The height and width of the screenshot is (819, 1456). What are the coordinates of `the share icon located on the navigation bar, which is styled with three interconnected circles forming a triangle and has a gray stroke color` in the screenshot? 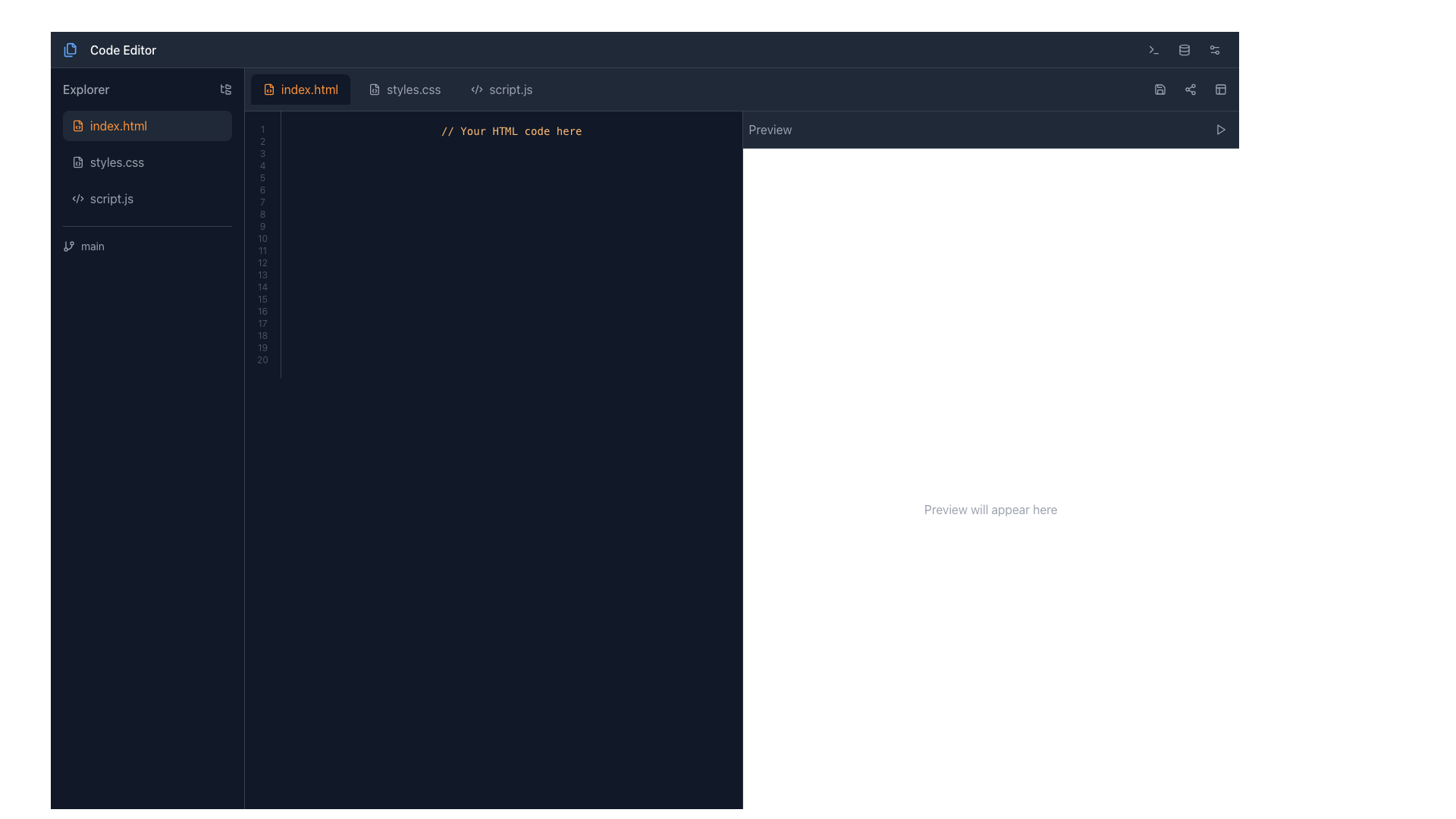 It's located at (1189, 89).